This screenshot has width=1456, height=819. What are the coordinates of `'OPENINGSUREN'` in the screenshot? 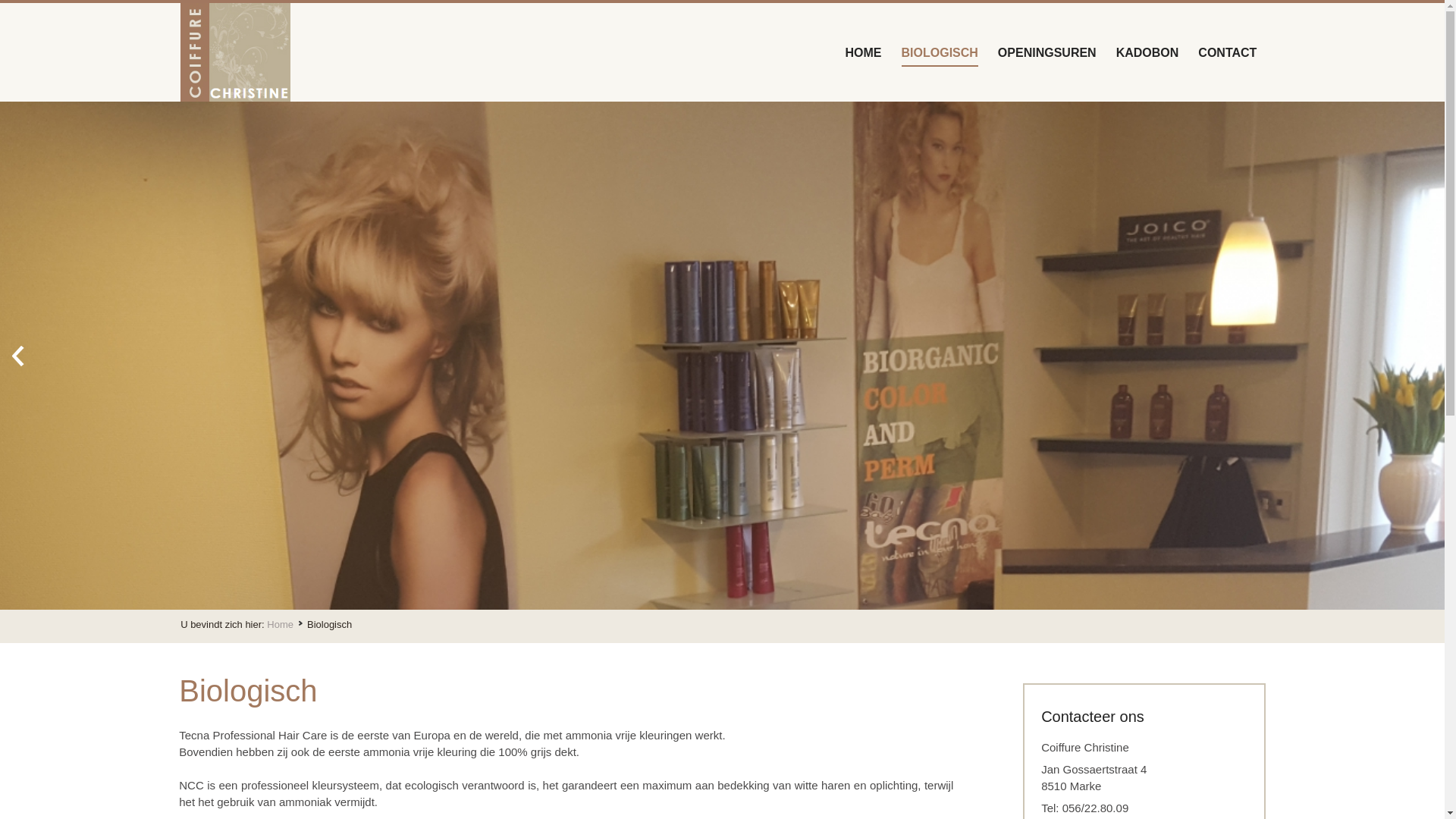 It's located at (1046, 51).